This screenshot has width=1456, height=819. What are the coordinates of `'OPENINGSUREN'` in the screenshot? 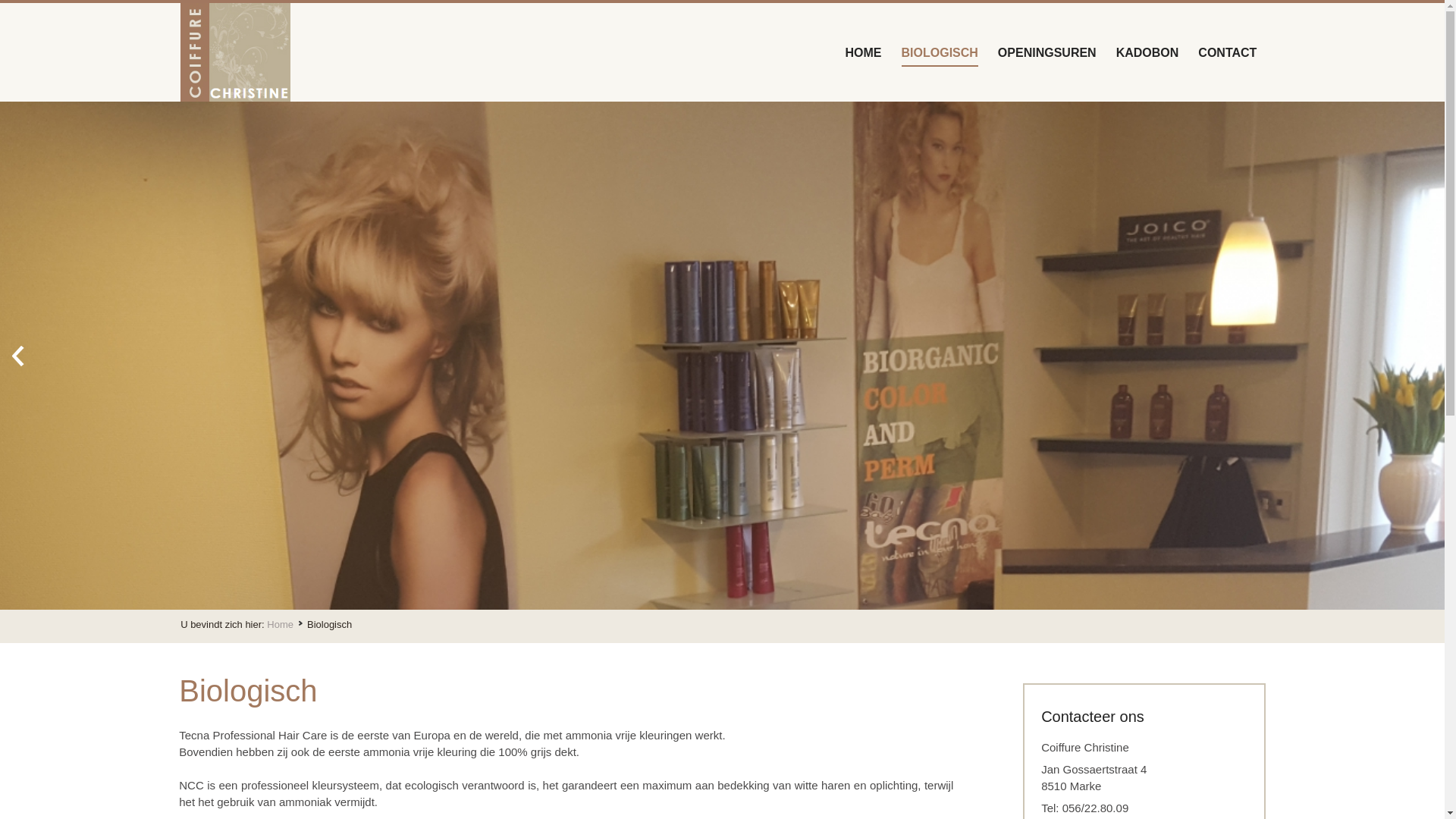 It's located at (1046, 51).